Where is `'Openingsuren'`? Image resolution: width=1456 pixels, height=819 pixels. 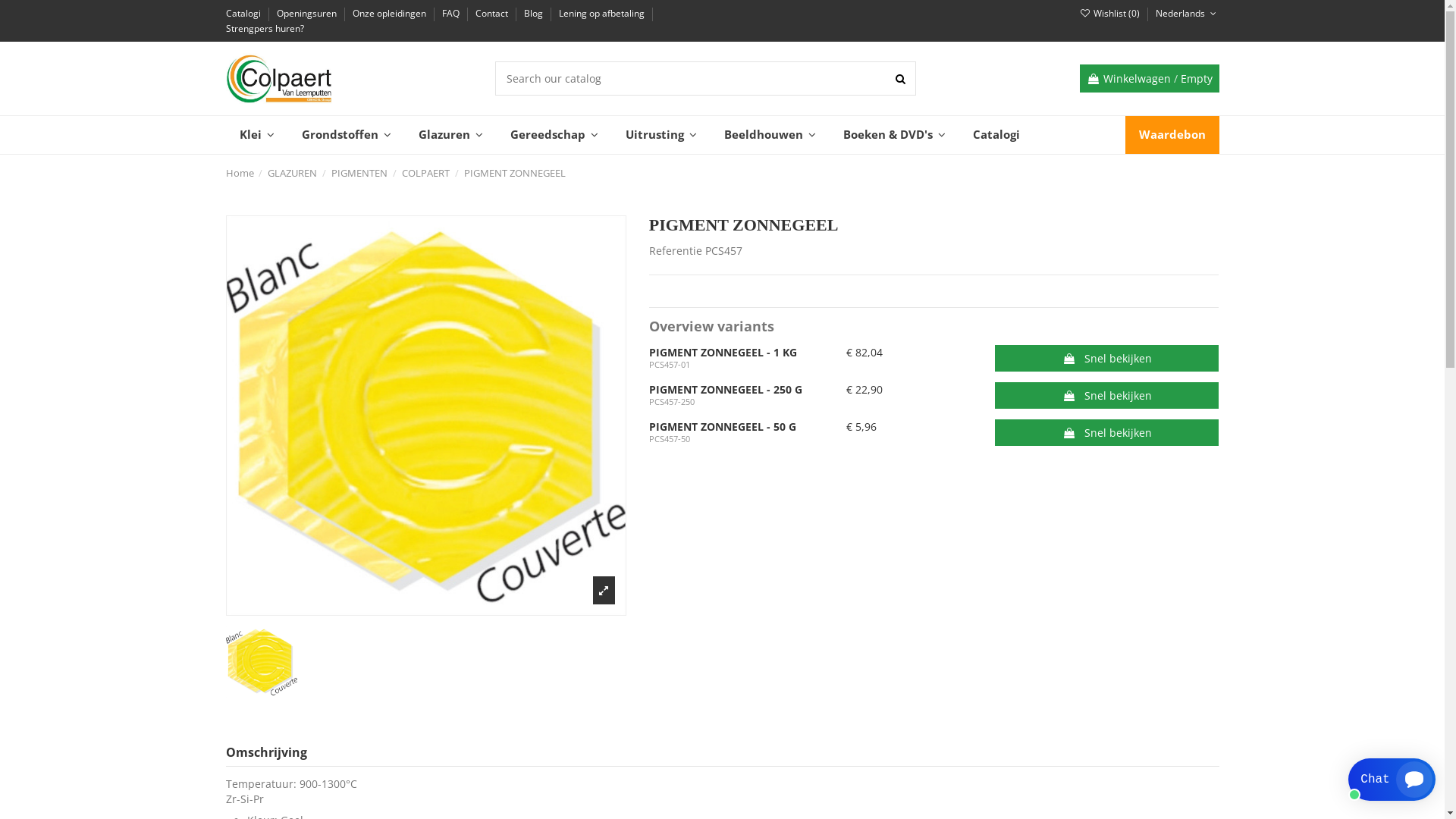
'Openingsuren' is located at coordinates (276, 13).